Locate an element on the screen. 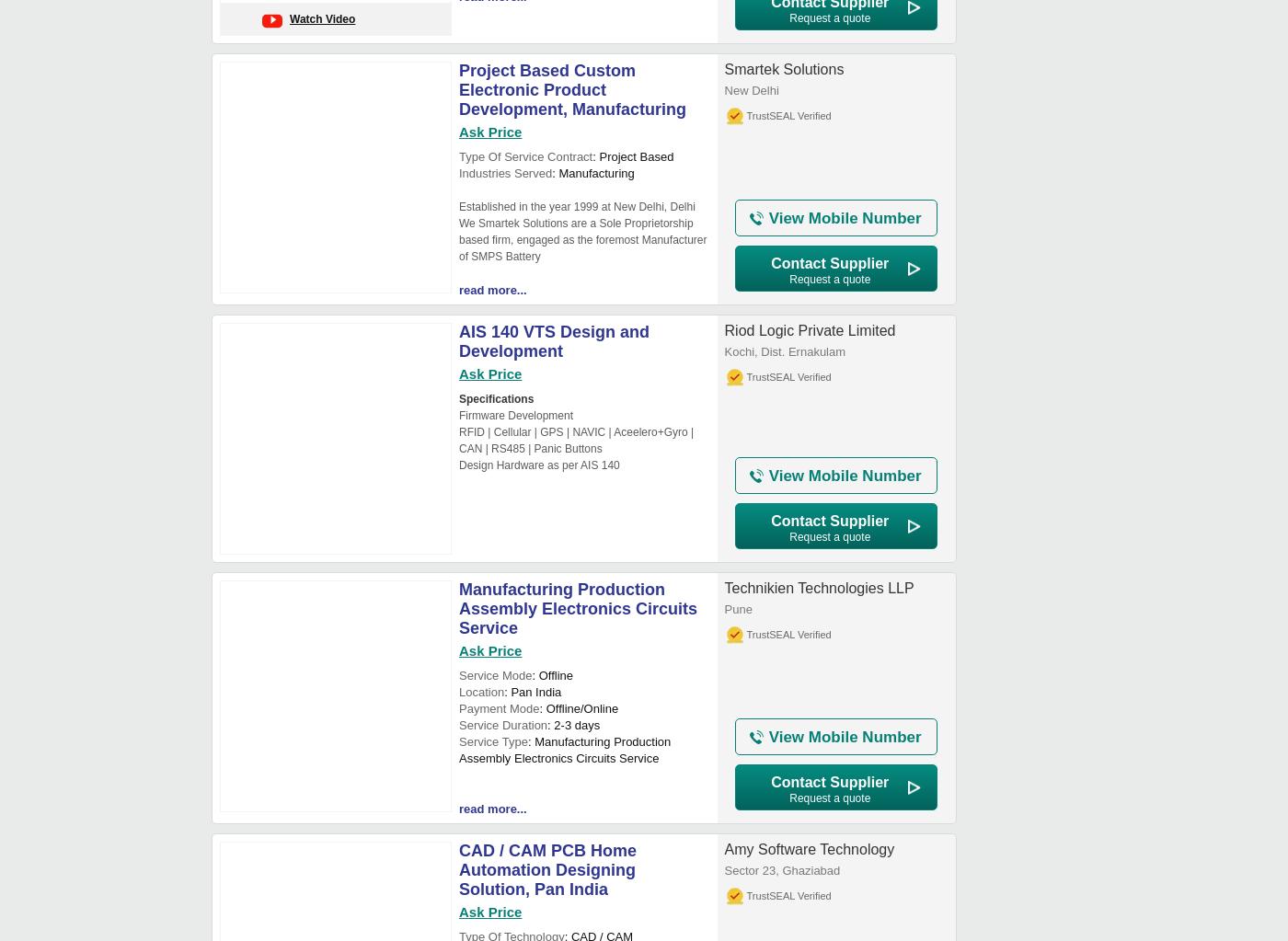 This screenshot has height=941, width=1288. ':  2-3 days' is located at coordinates (573, 725).